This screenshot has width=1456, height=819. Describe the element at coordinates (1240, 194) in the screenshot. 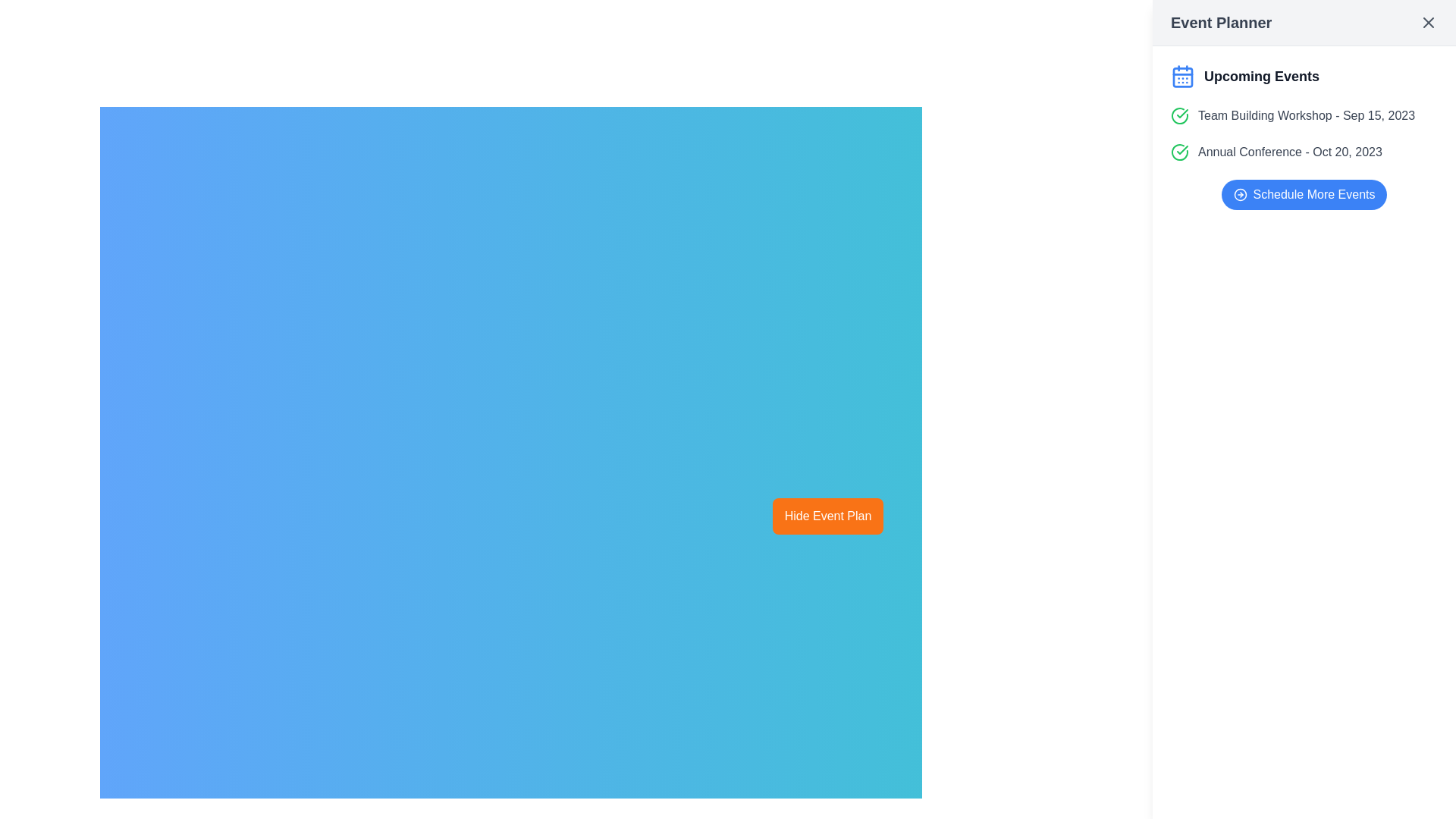

I see `the icon within the button labeled 'Schedule More Events' located` at that location.